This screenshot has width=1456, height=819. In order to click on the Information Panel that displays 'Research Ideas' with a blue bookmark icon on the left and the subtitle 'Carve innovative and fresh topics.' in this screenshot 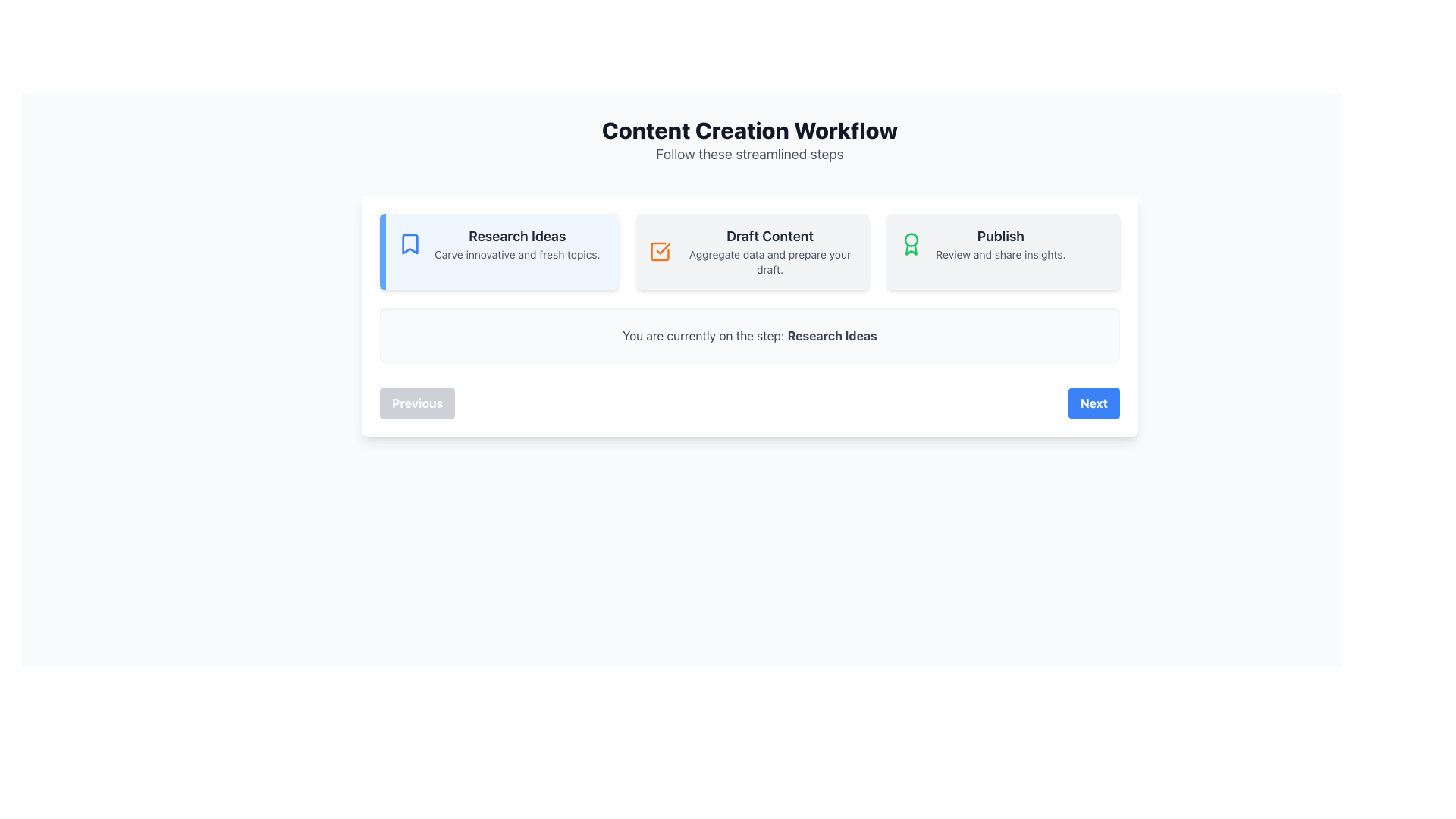, I will do `click(502, 243)`.